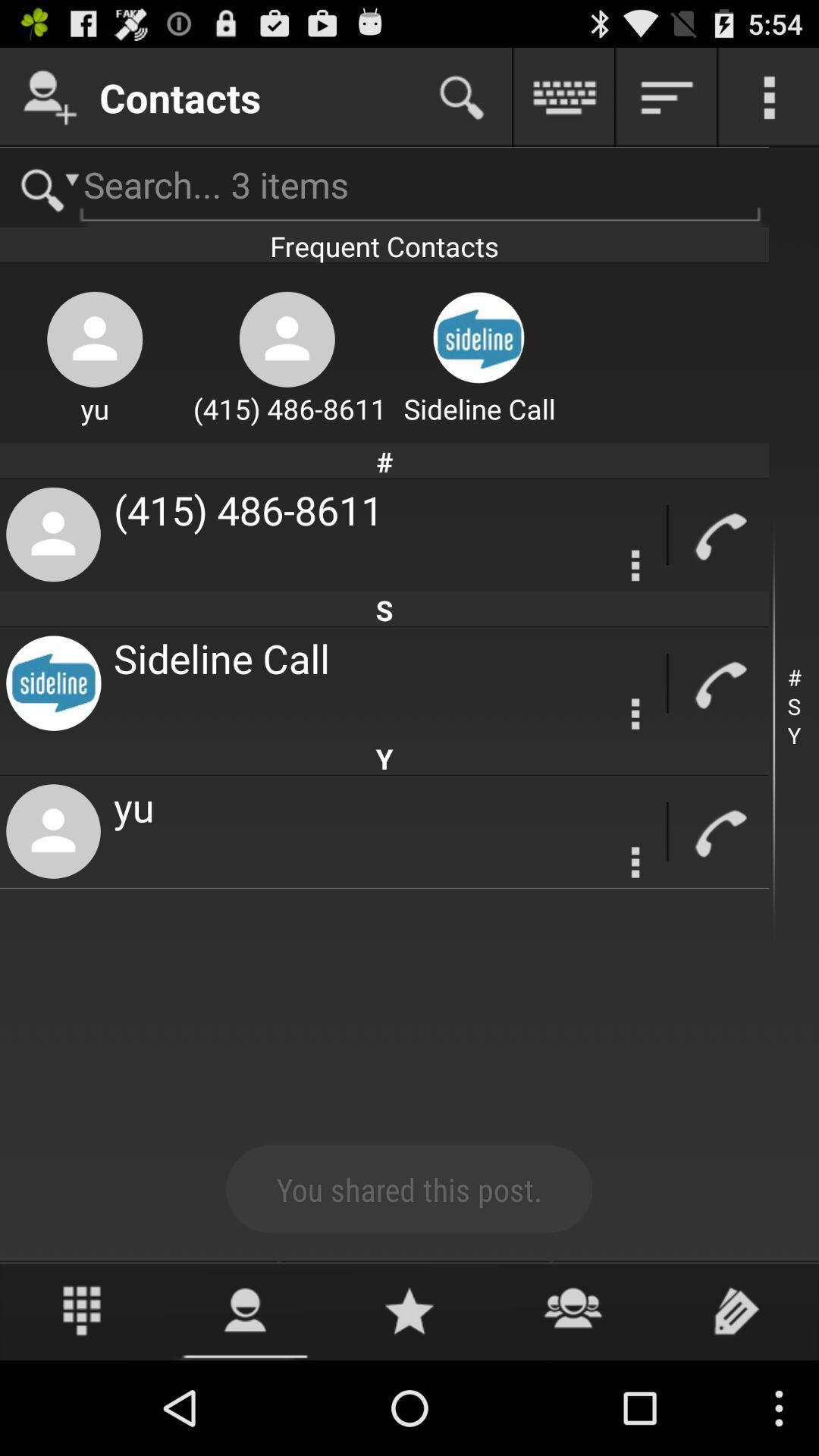  What do you see at coordinates (718, 831) in the screenshot?
I see `phone button` at bounding box center [718, 831].